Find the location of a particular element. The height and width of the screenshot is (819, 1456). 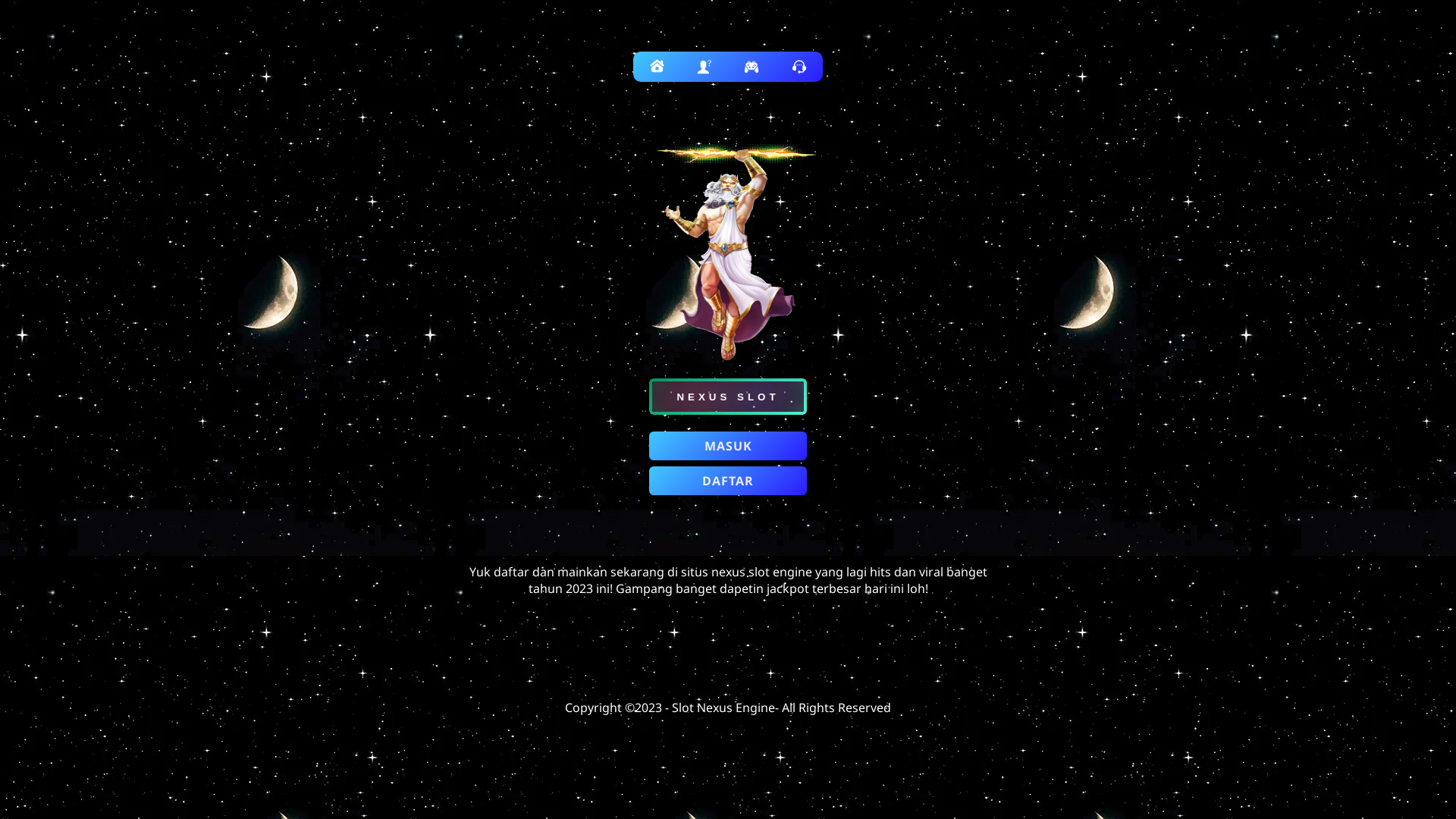

'DAFTAR' is located at coordinates (648, 480).